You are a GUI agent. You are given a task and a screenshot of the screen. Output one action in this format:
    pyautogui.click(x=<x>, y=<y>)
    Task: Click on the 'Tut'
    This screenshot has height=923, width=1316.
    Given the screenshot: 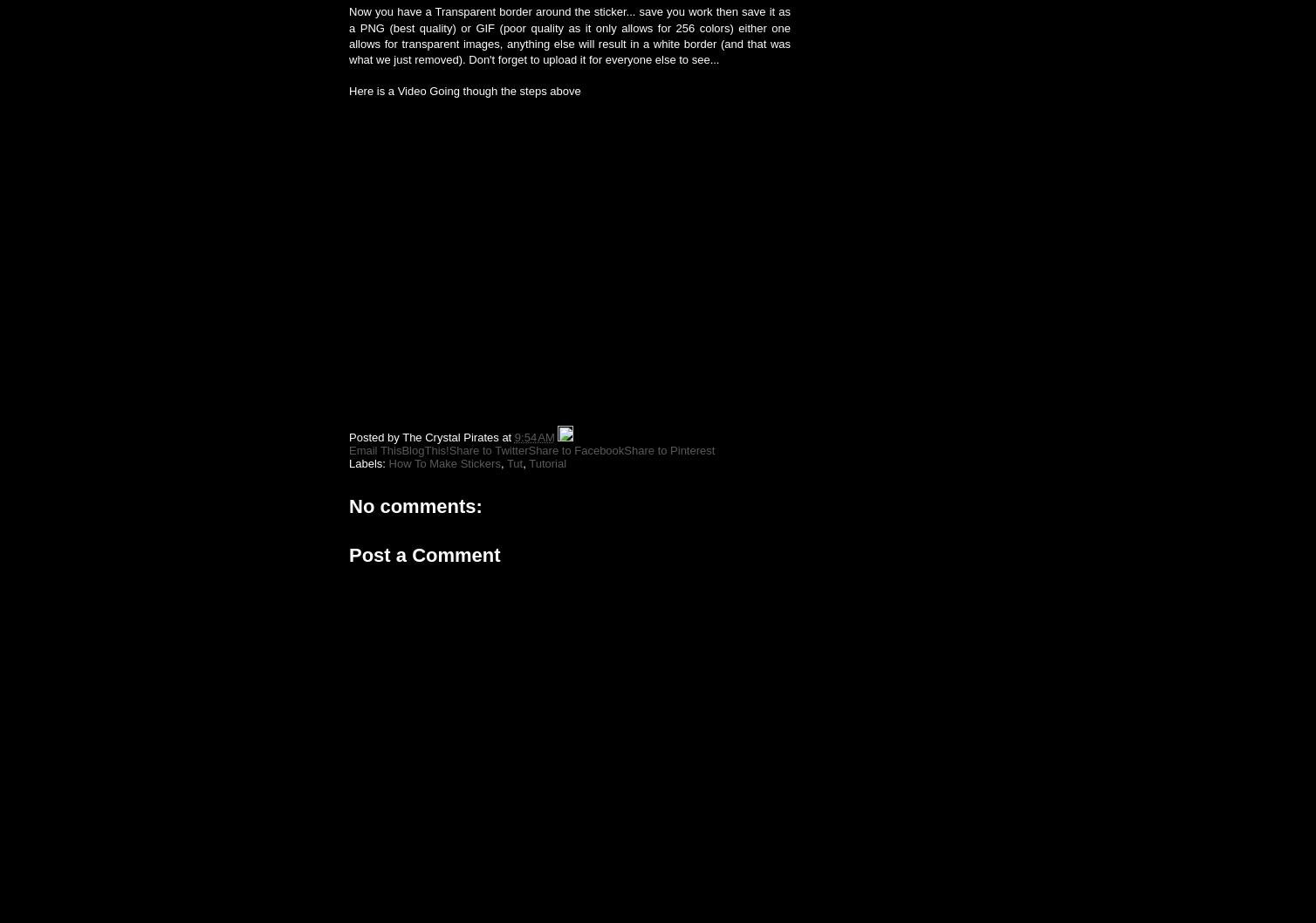 What is the action you would take?
    pyautogui.click(x=504, y=463)
    